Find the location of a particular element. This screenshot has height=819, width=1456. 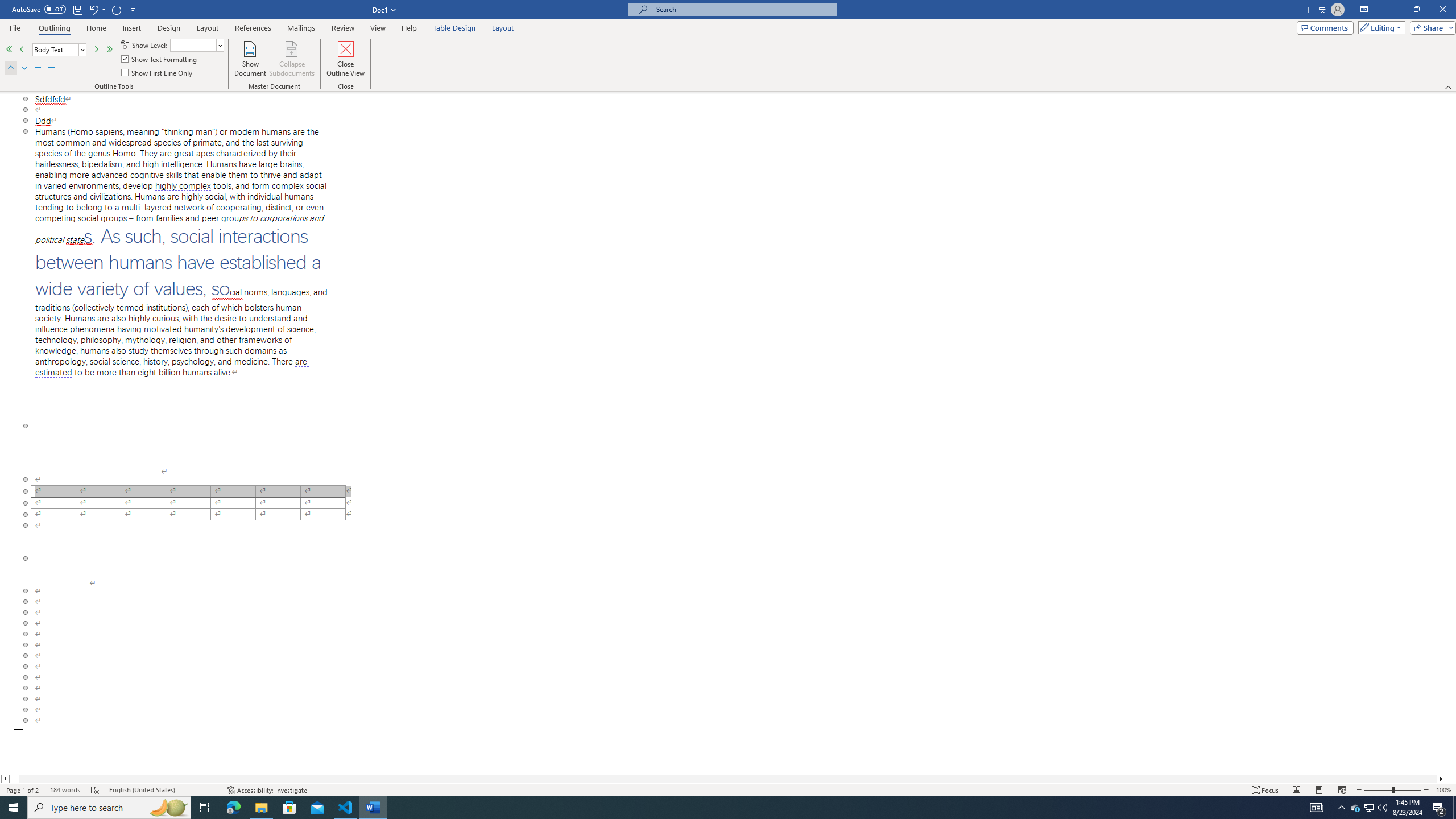

'Review' is located at coordinates (342, 28).